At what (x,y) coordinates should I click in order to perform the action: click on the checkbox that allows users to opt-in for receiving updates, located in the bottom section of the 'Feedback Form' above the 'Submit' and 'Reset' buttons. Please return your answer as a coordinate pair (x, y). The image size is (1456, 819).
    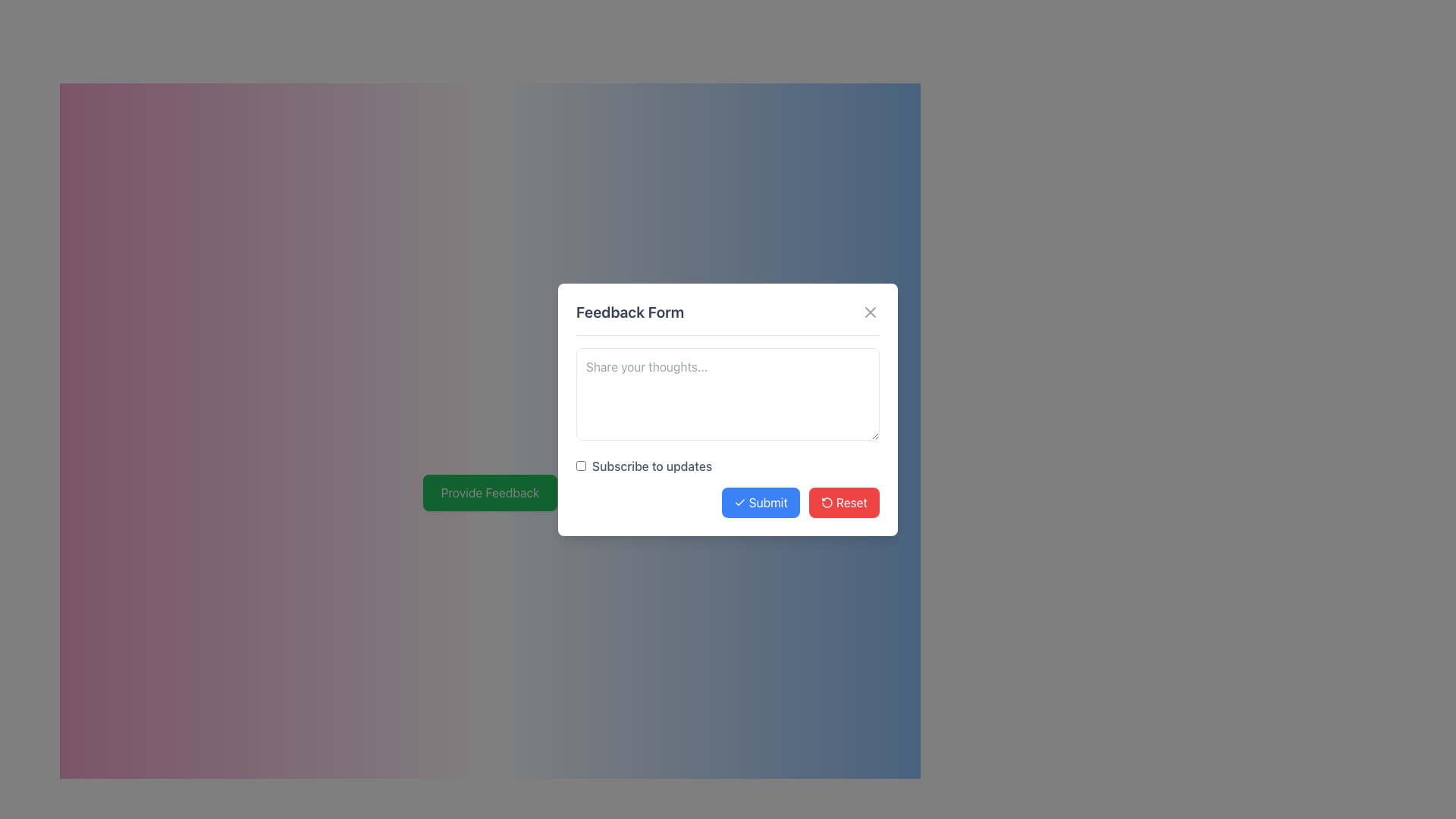
    Looking at the image, I should click on (728, 465).